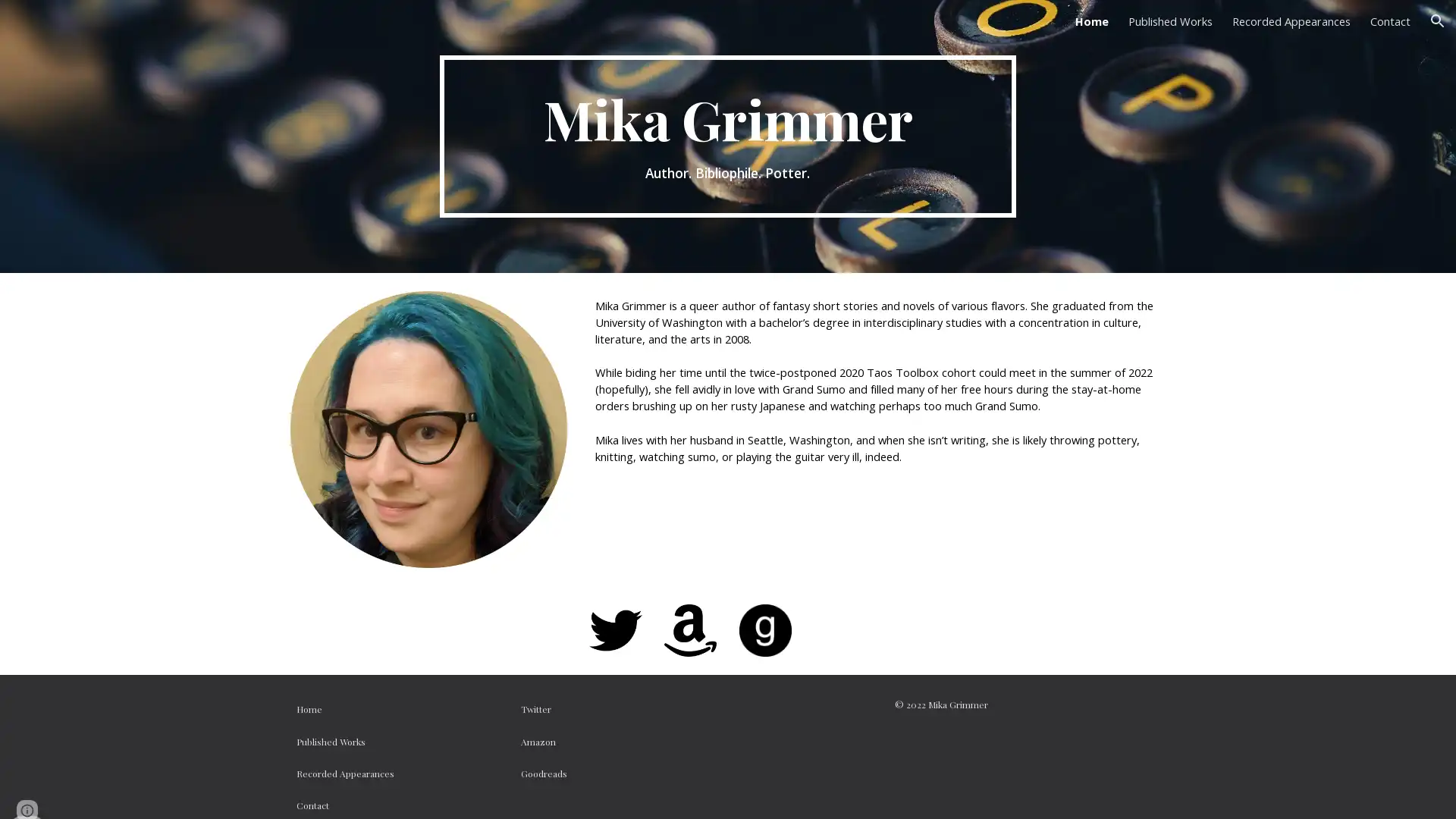 Image resolution: width=1456 pixels, height=819 pixels. I want to click on Report abuse, so click(139, 792).